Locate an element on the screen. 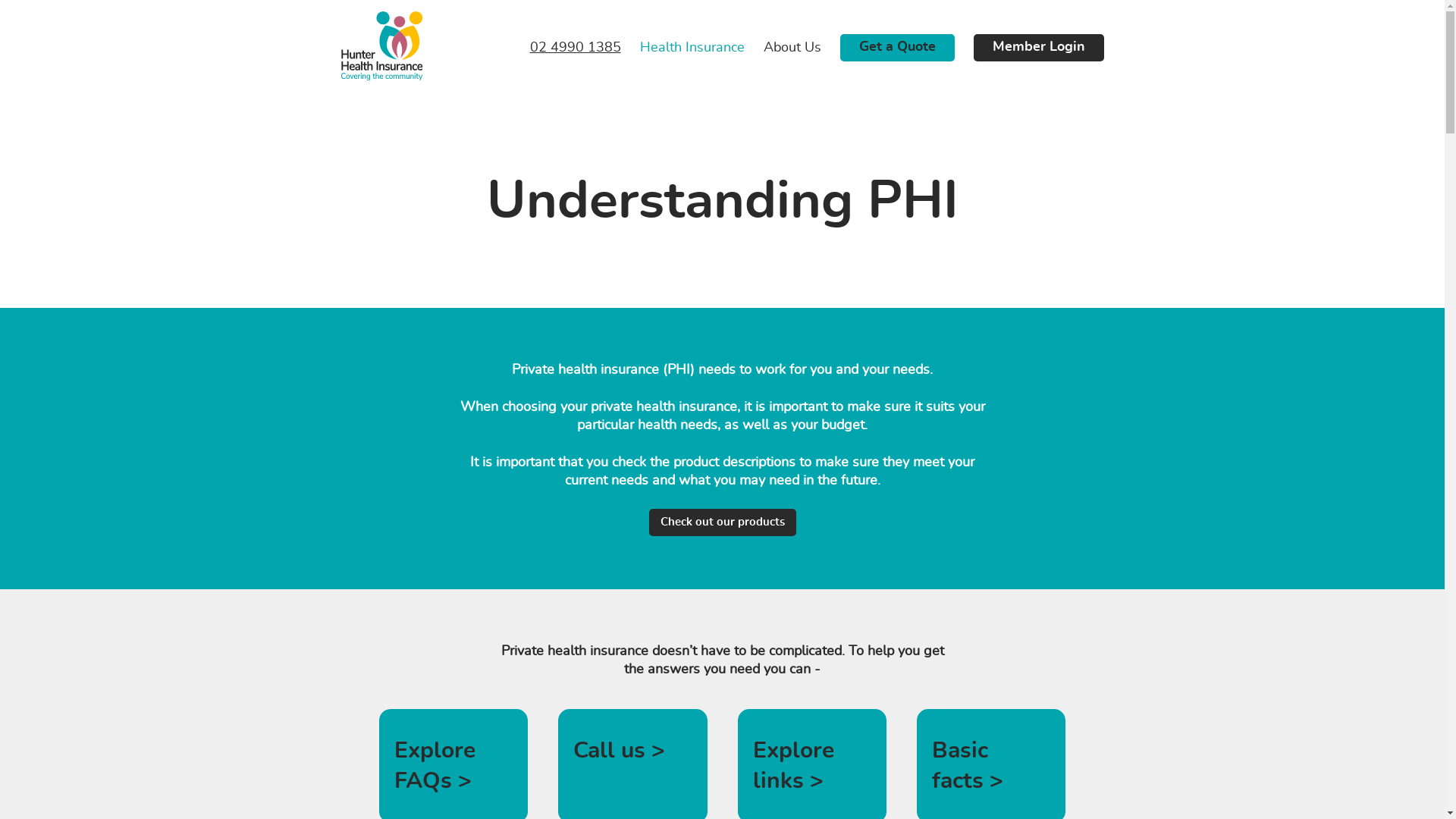  'Health Insurance' is located at coordinates (681, 46).